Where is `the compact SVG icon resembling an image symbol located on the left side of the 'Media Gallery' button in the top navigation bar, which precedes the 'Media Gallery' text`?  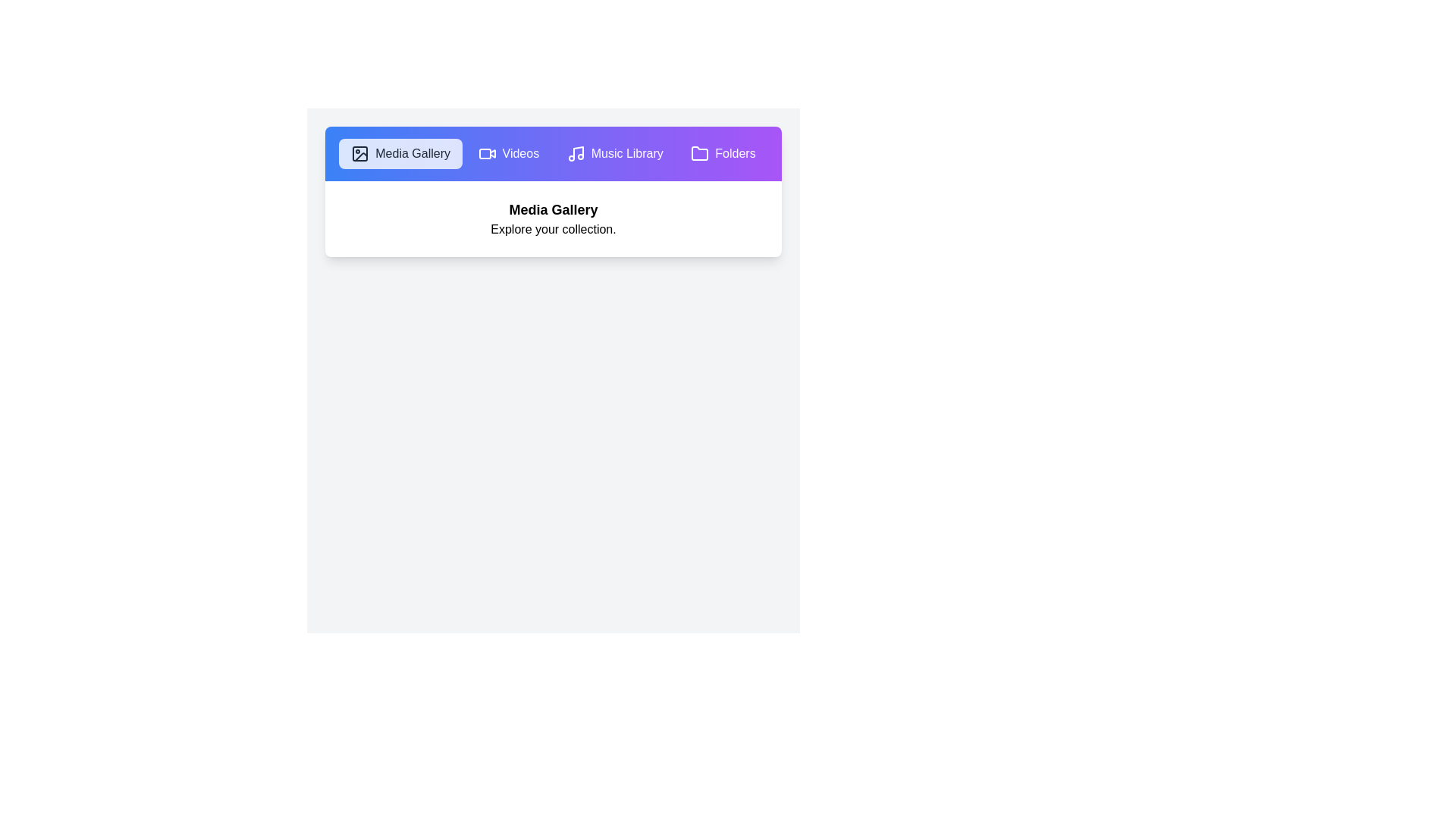 the compact SVG icon resembling an image symbol located on the left side of the 'Media Gallery' button in the top navigation bar, which precedes the 'Media Gallery' text is located at coordinates (359, 154).